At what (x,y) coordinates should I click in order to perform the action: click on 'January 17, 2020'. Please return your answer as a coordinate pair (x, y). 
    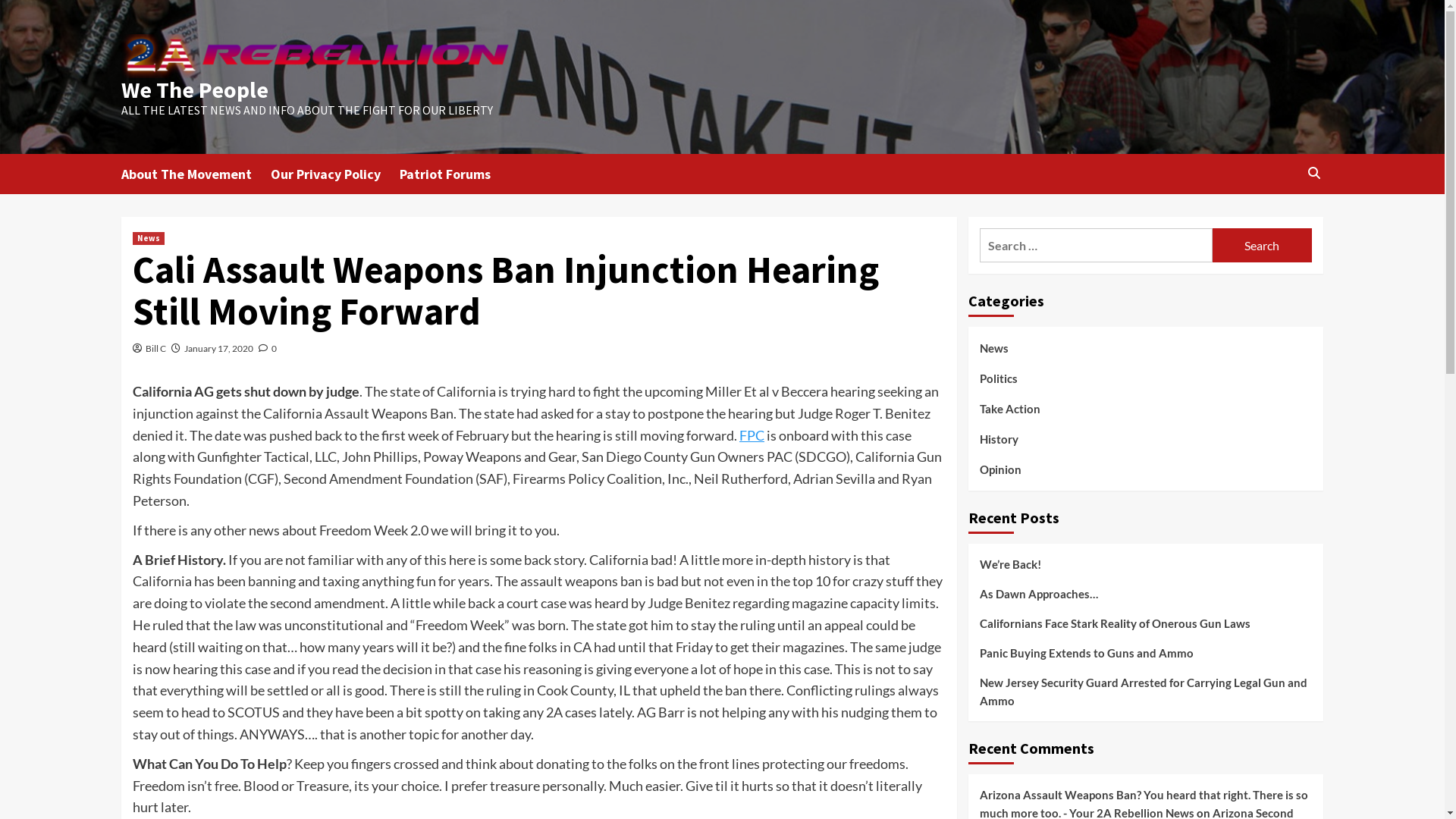
    Looking at the image, I should click on (218, 348).